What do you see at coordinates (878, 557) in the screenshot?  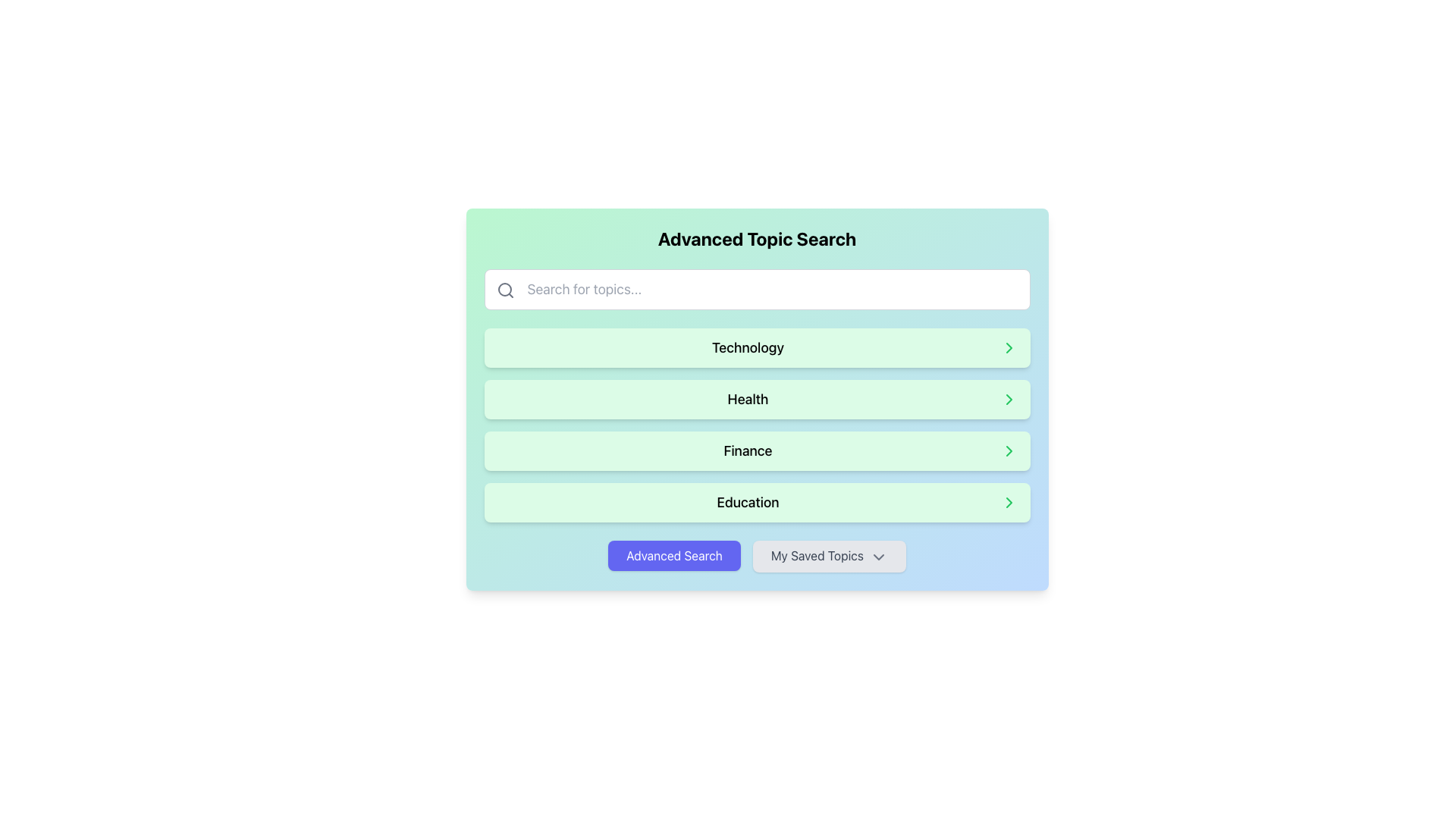 I see `the dropdown menu indicator icon located to the right of the 'My Saved Topics' button` at bounding box center [878, 557].